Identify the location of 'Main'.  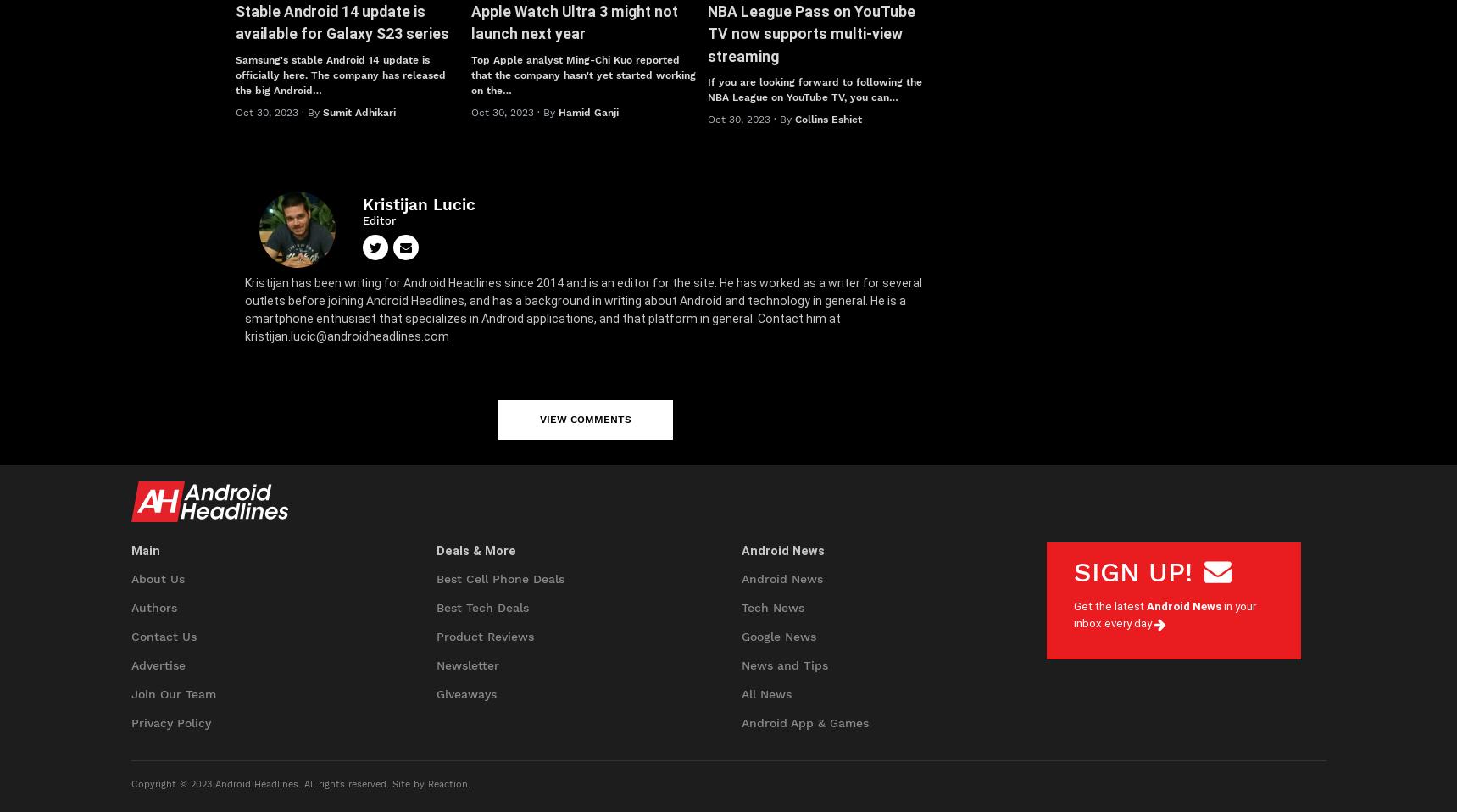
(144, 550).